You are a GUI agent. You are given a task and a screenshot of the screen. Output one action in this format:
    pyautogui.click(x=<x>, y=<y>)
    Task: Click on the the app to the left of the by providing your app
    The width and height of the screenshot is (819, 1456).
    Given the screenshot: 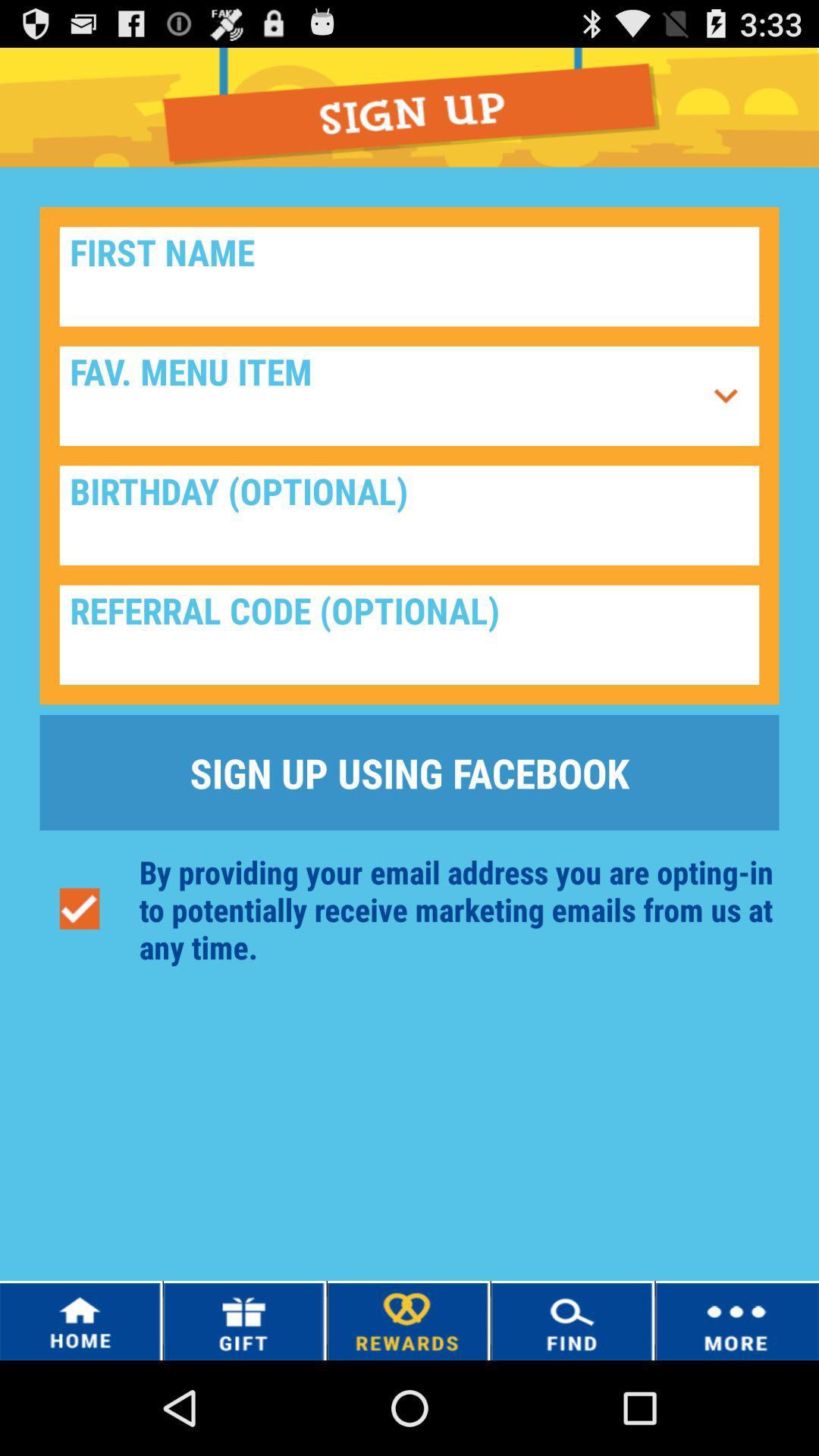 What is the action you would take?
    pyautogui.click(x=79, y=909)
    